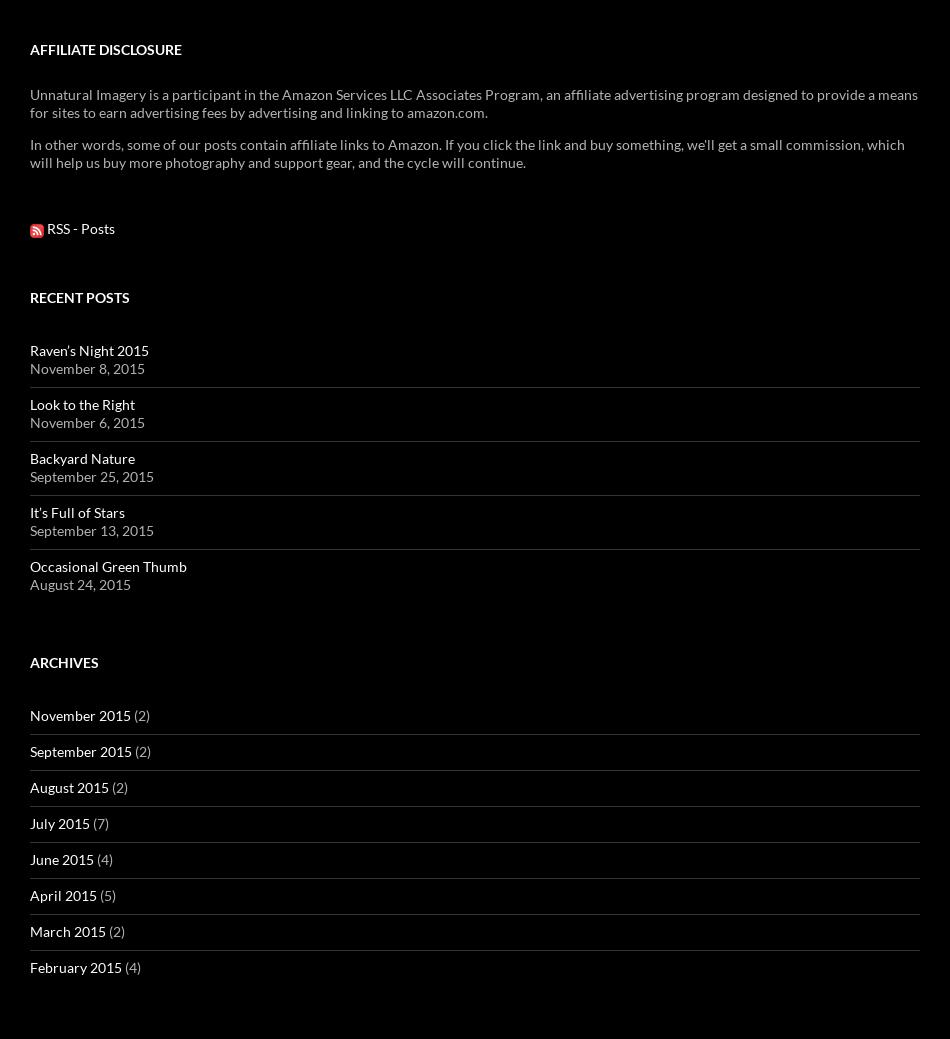 The height and width of the screenshot is (1039, 950). Describe the element at coordinates (293, 766) in the screenshot. I see `'Langdon Tactical'` at that location.